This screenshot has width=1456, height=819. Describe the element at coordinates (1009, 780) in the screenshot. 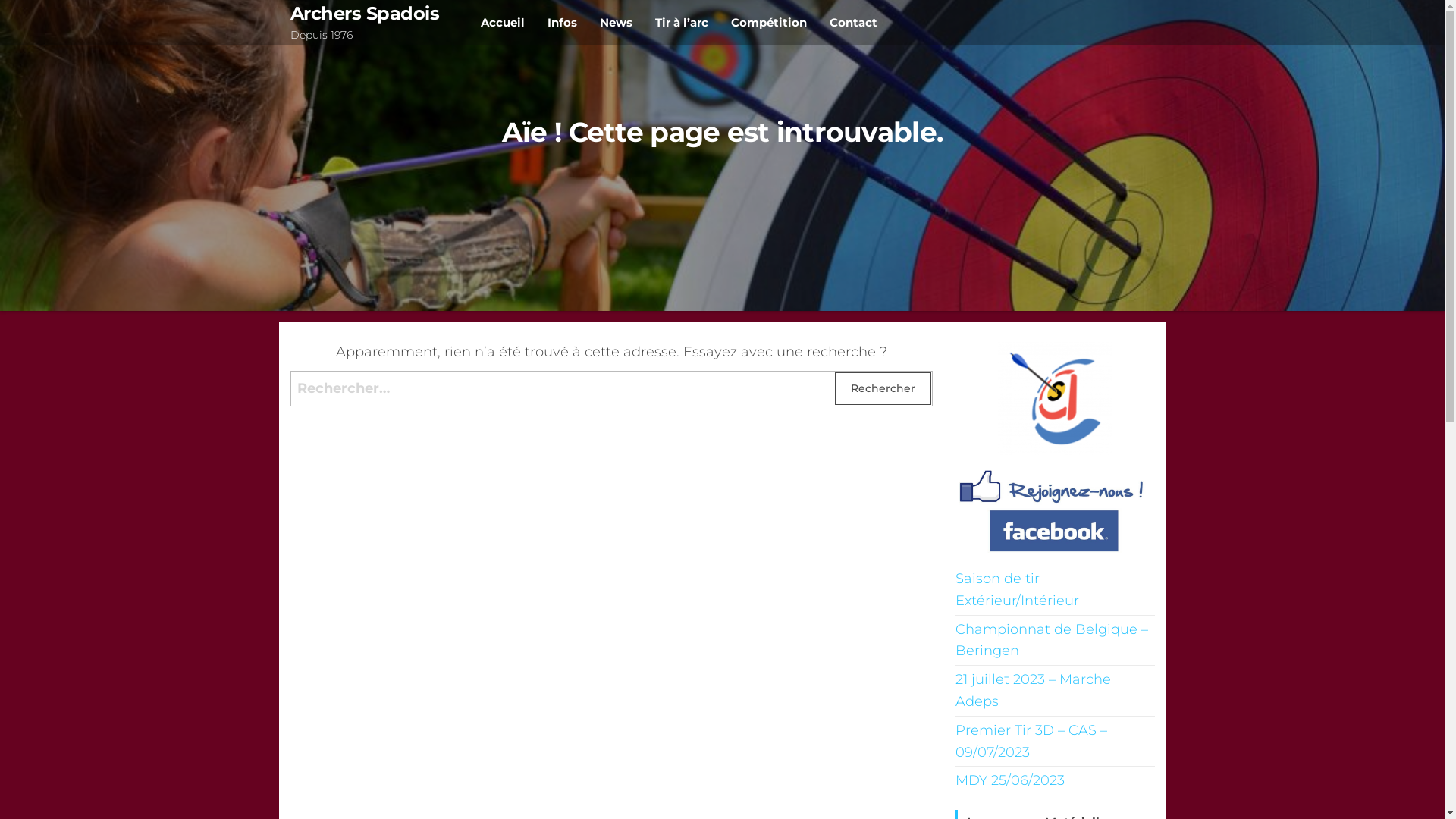

I see `'MDY 25/06/2023'` at that location.